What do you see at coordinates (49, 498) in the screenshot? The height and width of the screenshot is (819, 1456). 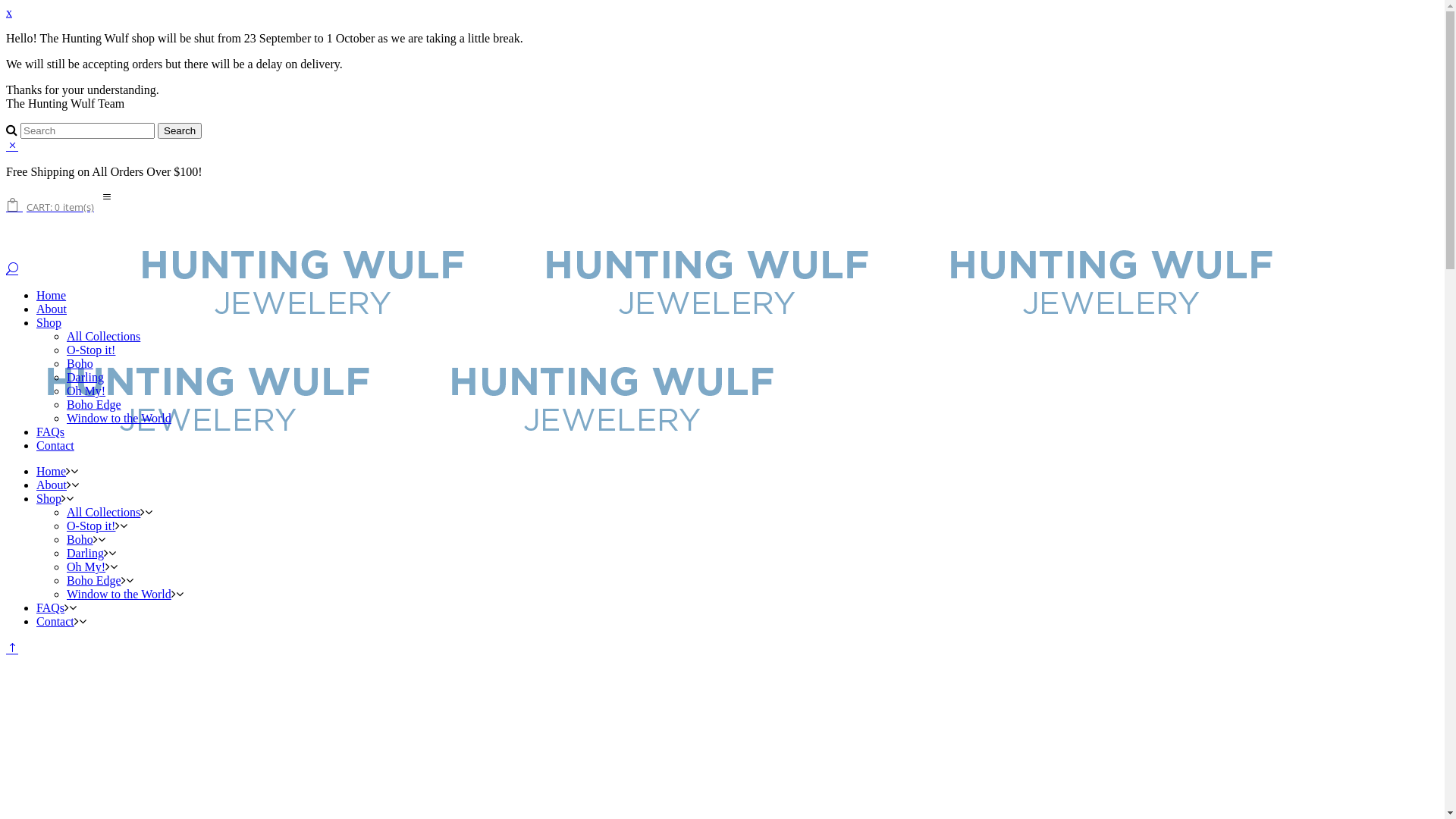 I see `'Shop'` at bounding box center [49, 498].